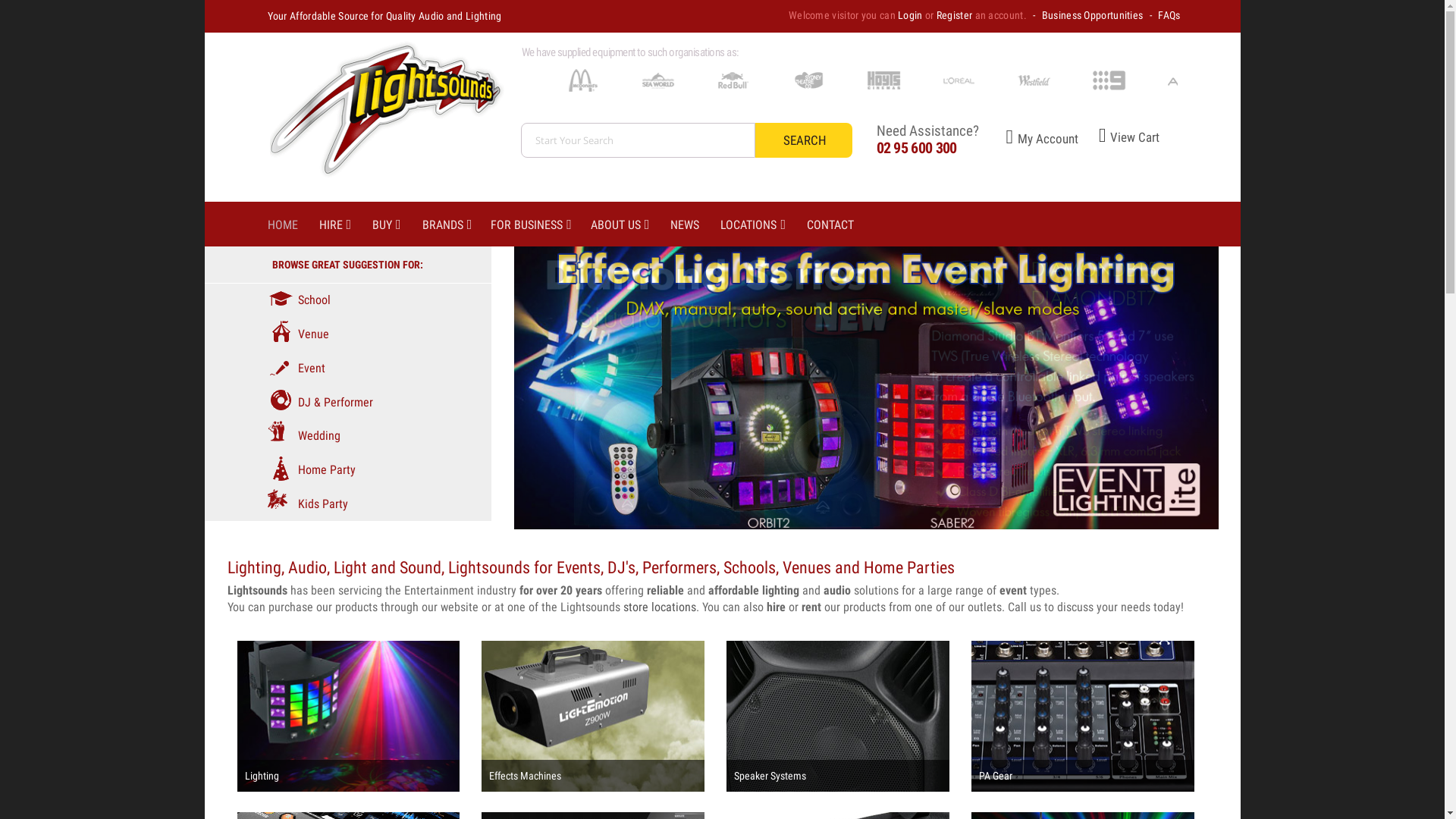 The width and height of the screenshot is (1456, 819). What do you see at coordinates (803, 140) in the screenshot?
I see `'SEARCH'` at bounding box center [803, 140].